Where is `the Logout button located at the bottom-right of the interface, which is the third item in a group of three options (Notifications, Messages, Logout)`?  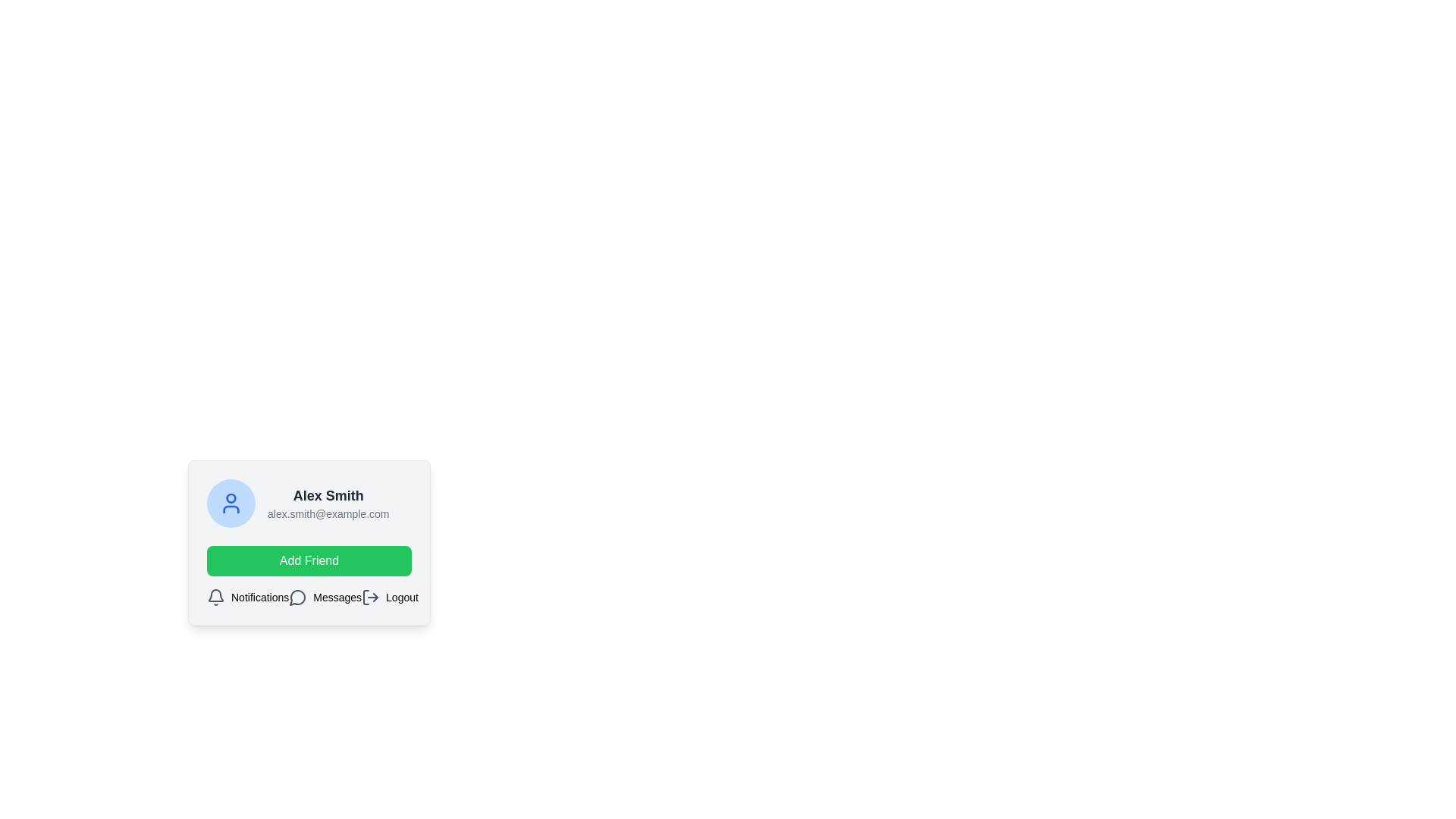
the Logout button located at the bottom-right of the interface, which is the third item in a group of three options (Notifications, Messages, Logout) is located at coordinates (390, 596).